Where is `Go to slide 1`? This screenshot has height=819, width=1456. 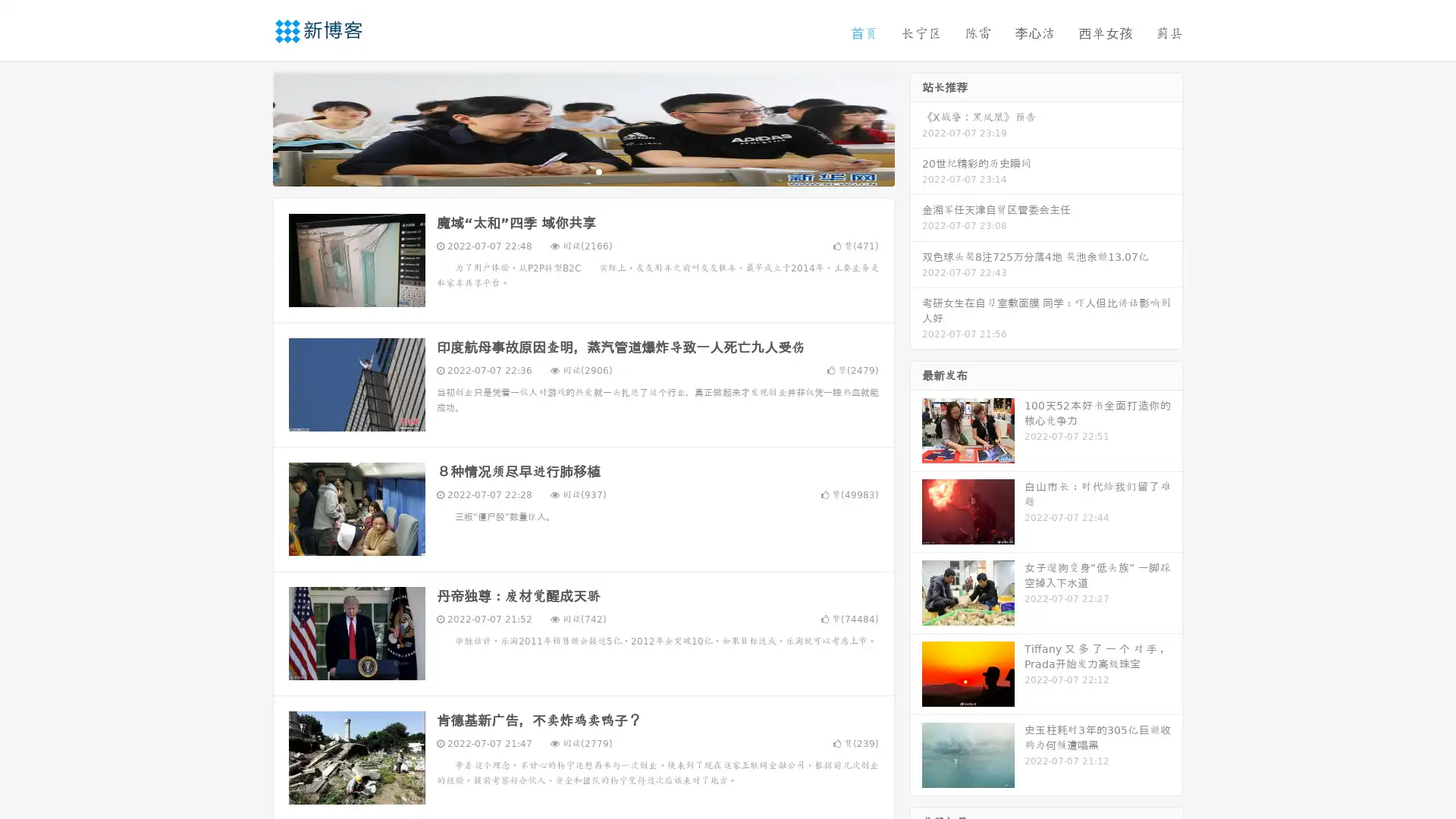 Go to slide 1 is located at coordinates (567, 171).